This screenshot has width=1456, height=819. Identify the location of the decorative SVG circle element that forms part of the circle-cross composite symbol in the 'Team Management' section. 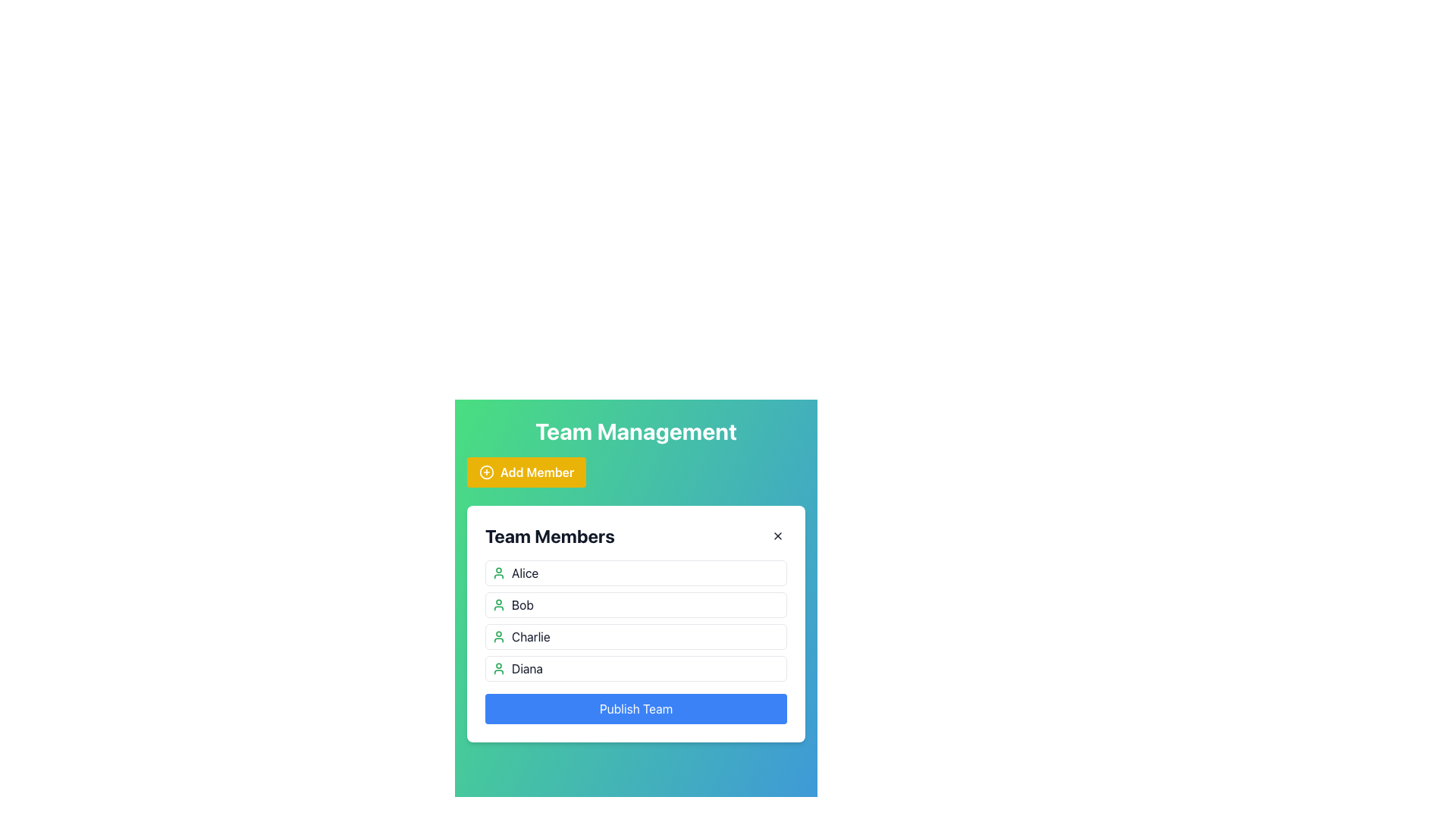
(487, 472).